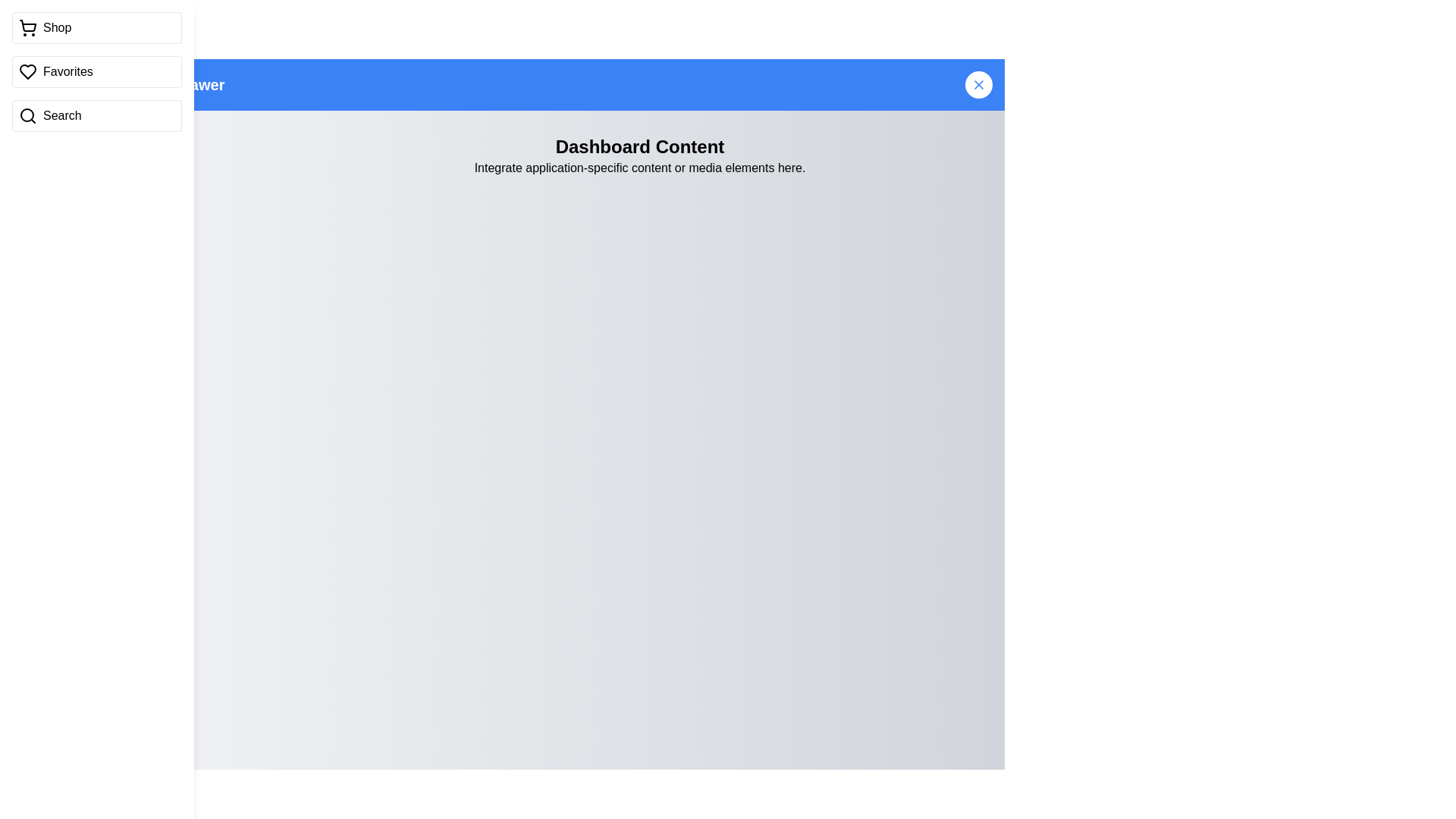  I want to click on the 'Close' button icon located in the top-right corner of the interface, so click(979, 84).